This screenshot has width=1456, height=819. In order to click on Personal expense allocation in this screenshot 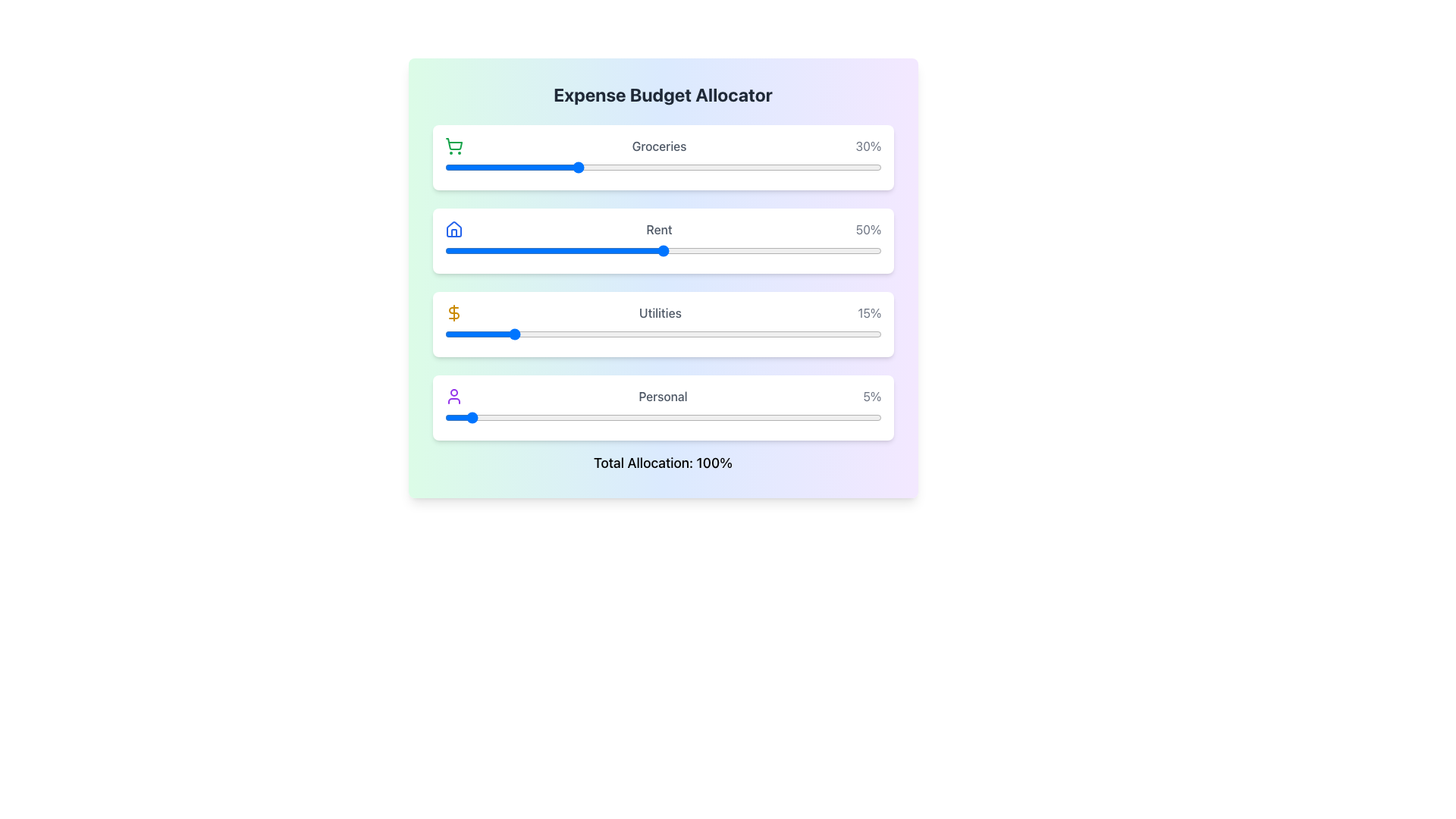, I will do `click(545, 418)`.